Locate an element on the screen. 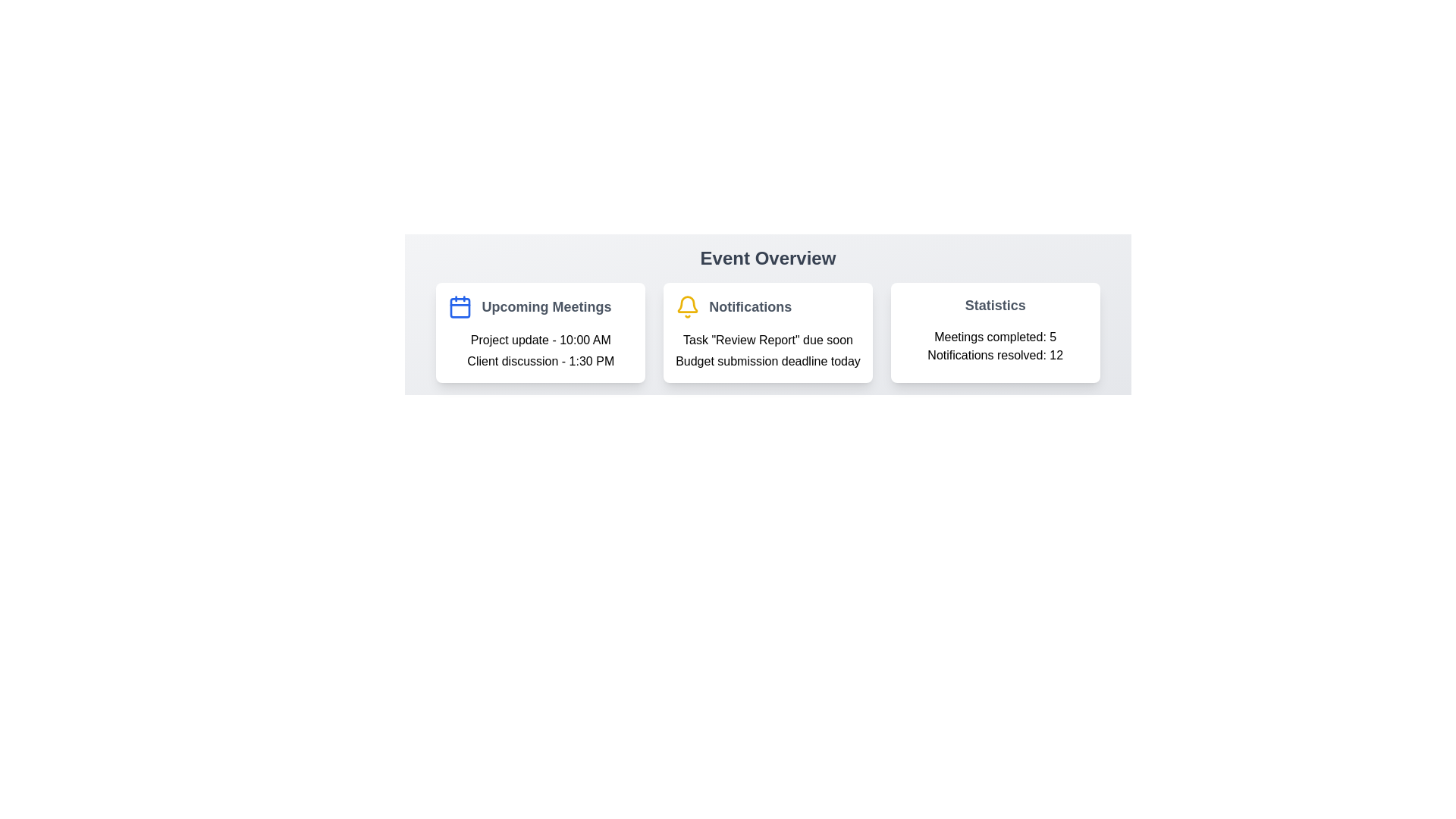 This screenshot has height=819, width=1456. the Information card that contains a yellow bell icon and the text 'Notifications', positioned centrally in the three-column grid layout is located at coordinates (767, 332).